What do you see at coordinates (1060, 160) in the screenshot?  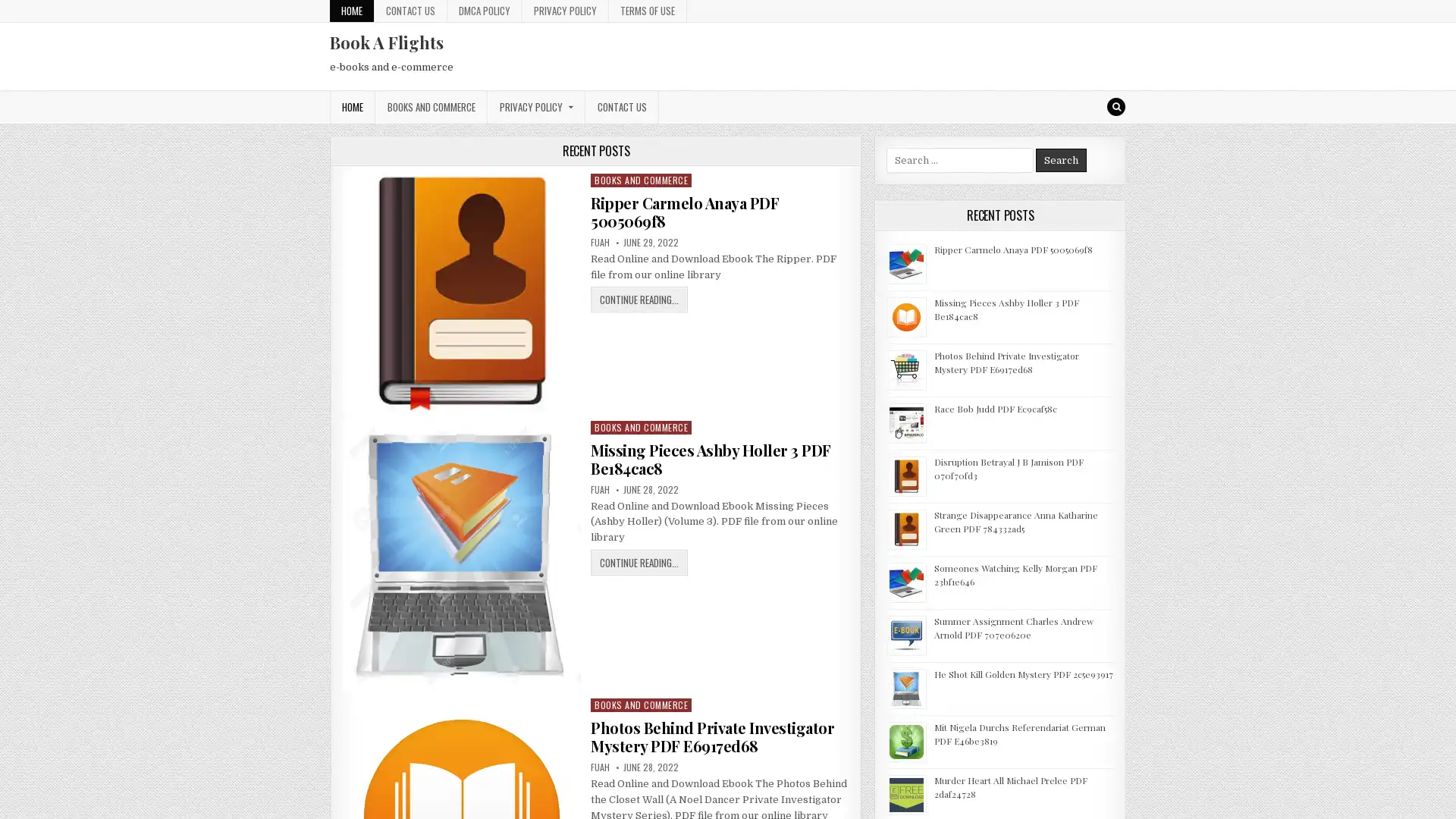 I see `Search` at bounding box center [1060, 160].